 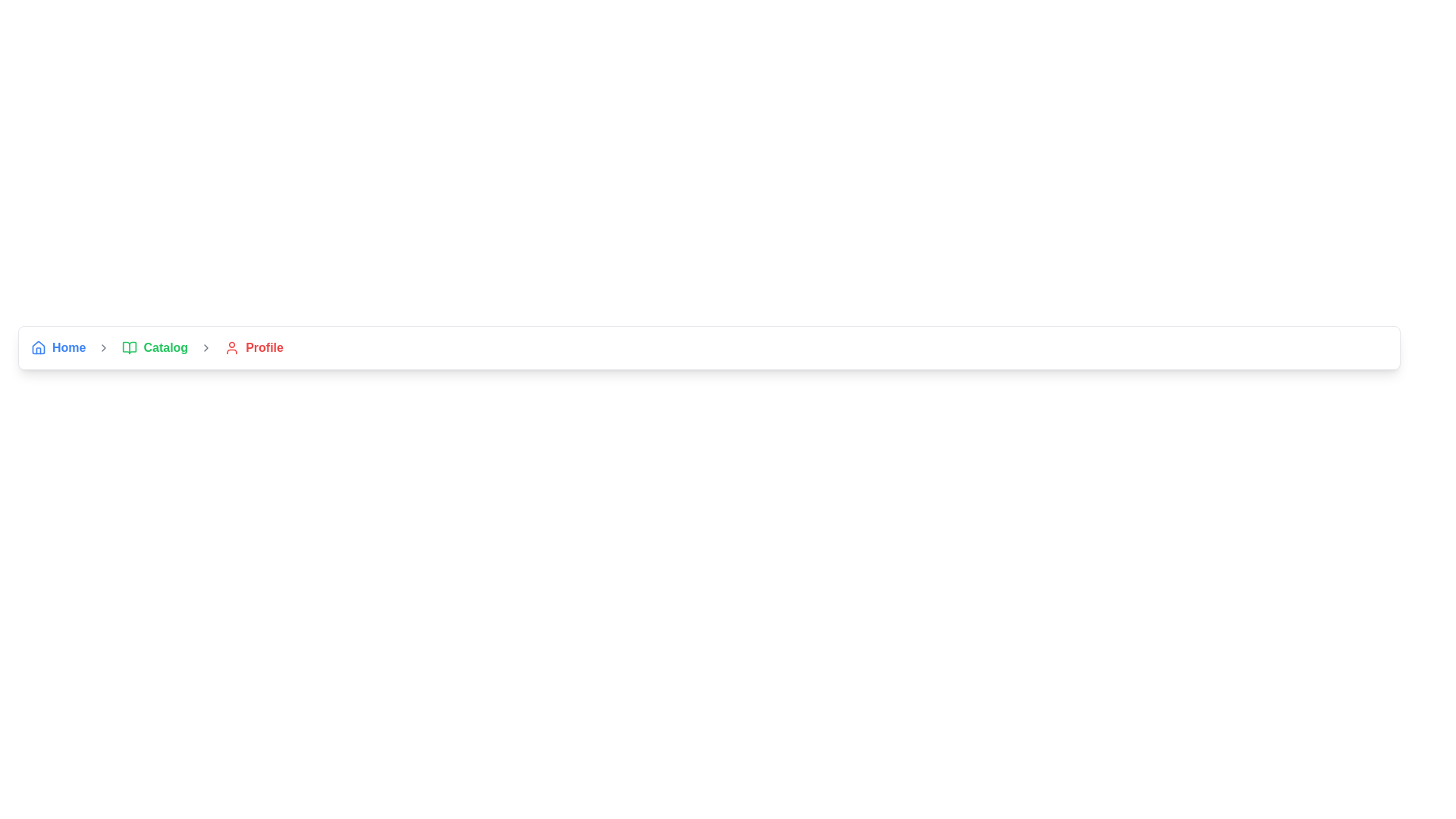 What do you see at coordinates (155, 348) in the screenshot?
I see `the 'Catalog' hyperlink with a green book icon` at bounding box center [155, 348].